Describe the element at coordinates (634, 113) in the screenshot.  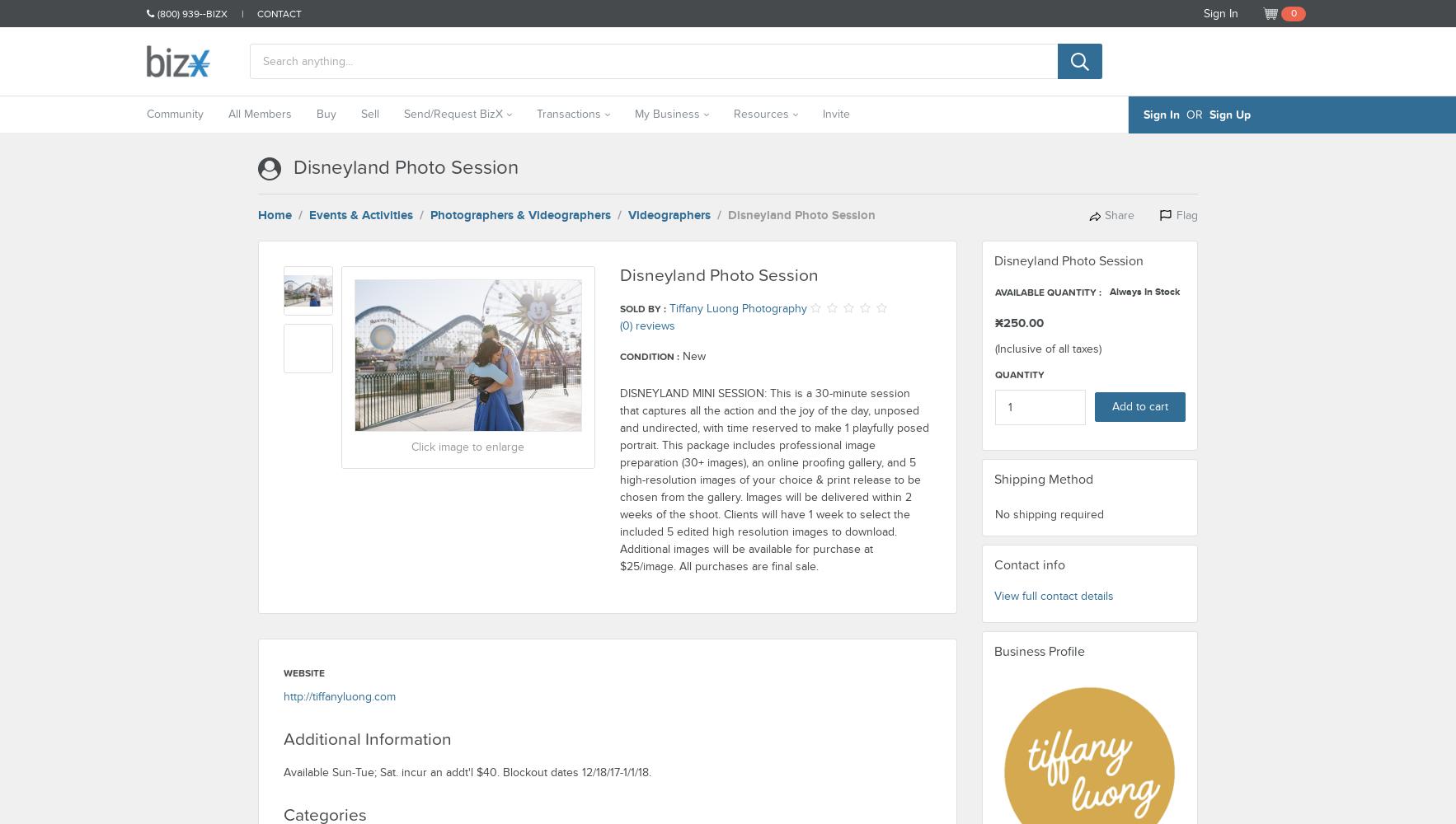
I see `'My Business'` at that location.